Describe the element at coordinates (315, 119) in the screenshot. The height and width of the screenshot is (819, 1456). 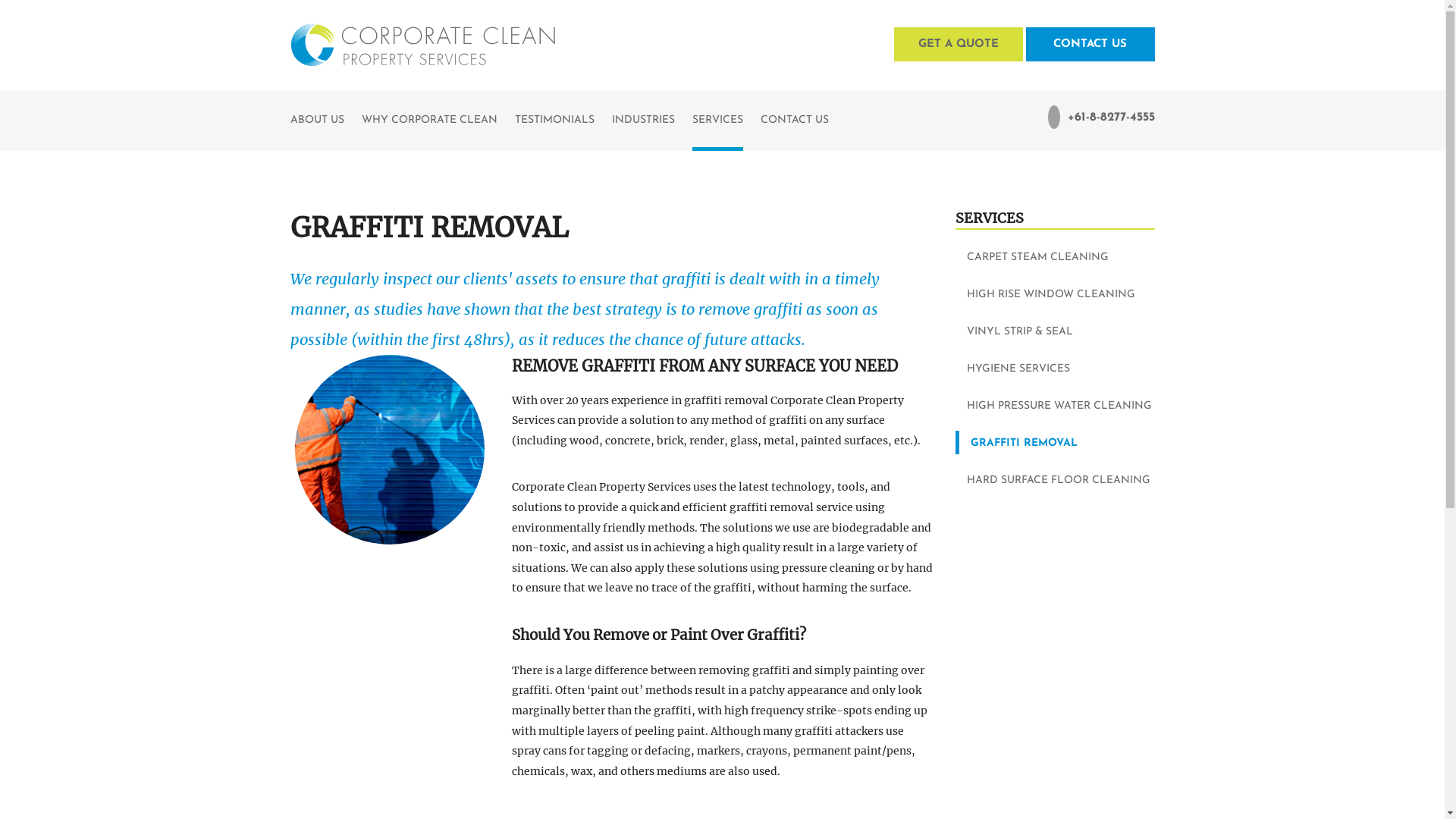
I see `'ABOUT US'` at that location.